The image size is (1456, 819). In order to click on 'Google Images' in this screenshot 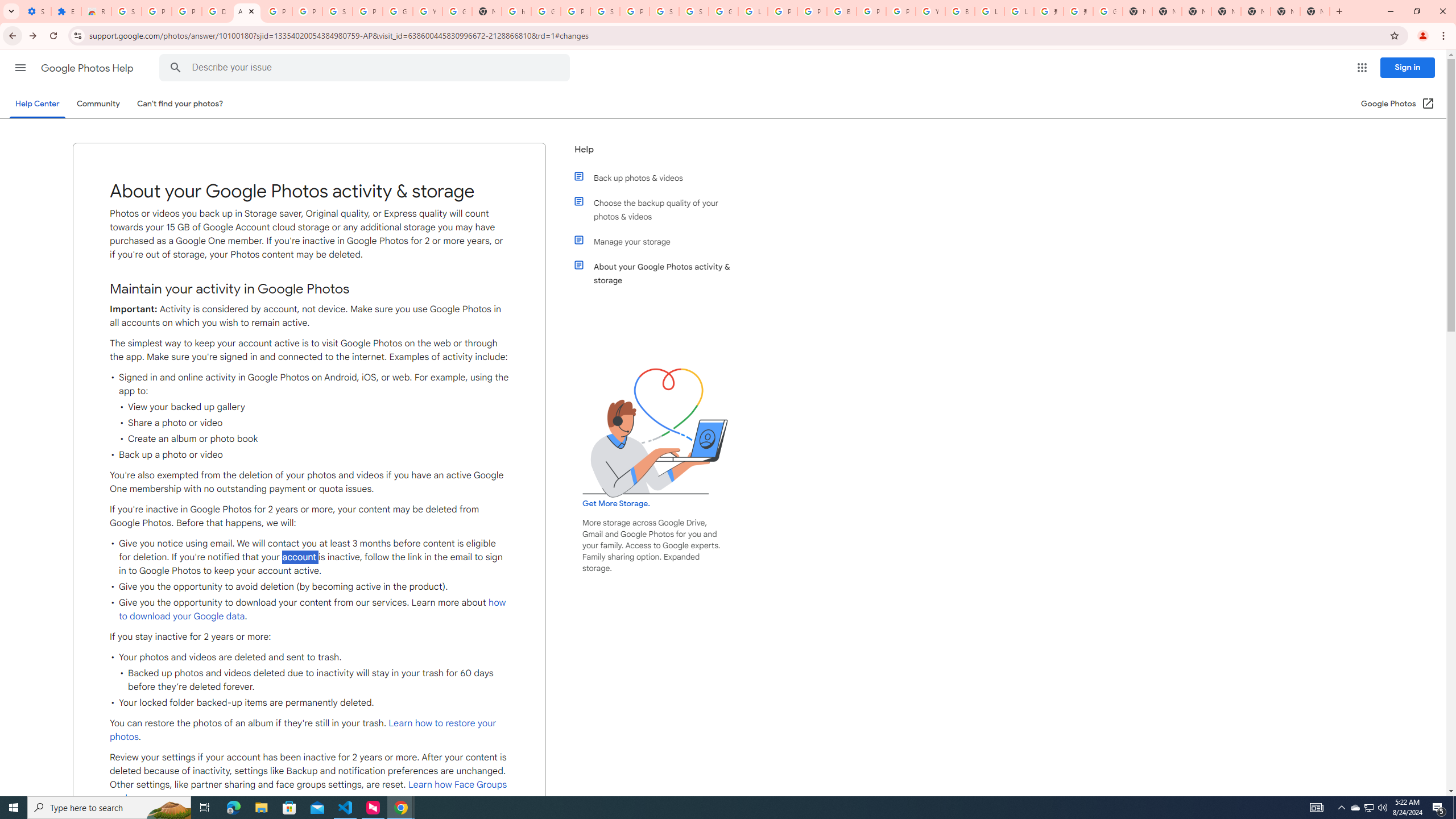, I will do `click(1108, 11)`.